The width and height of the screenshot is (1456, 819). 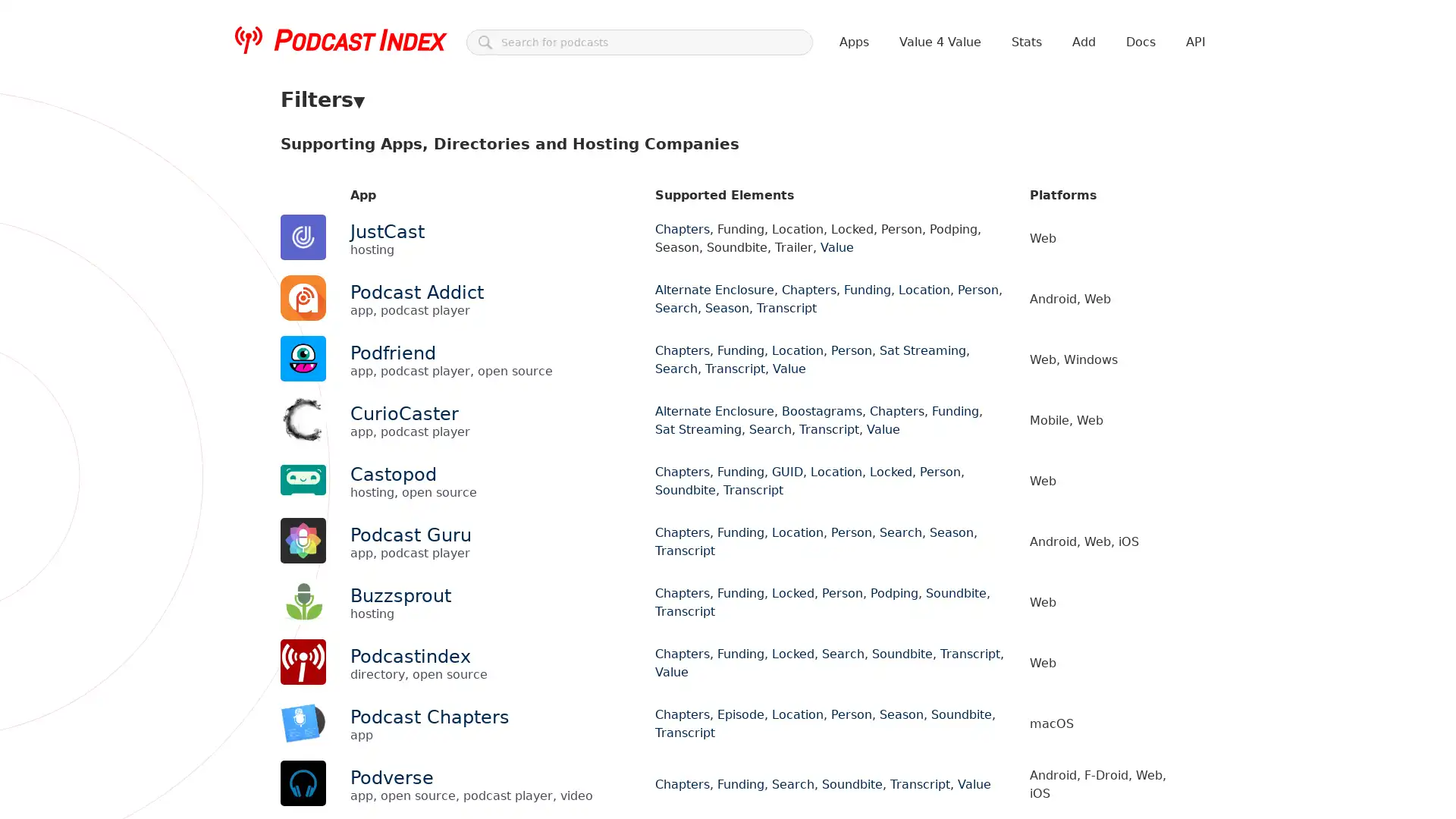 What do you see at coordinates (667, 229) in the screenshot?
I see `Funding` at bounding box center [667, 229].